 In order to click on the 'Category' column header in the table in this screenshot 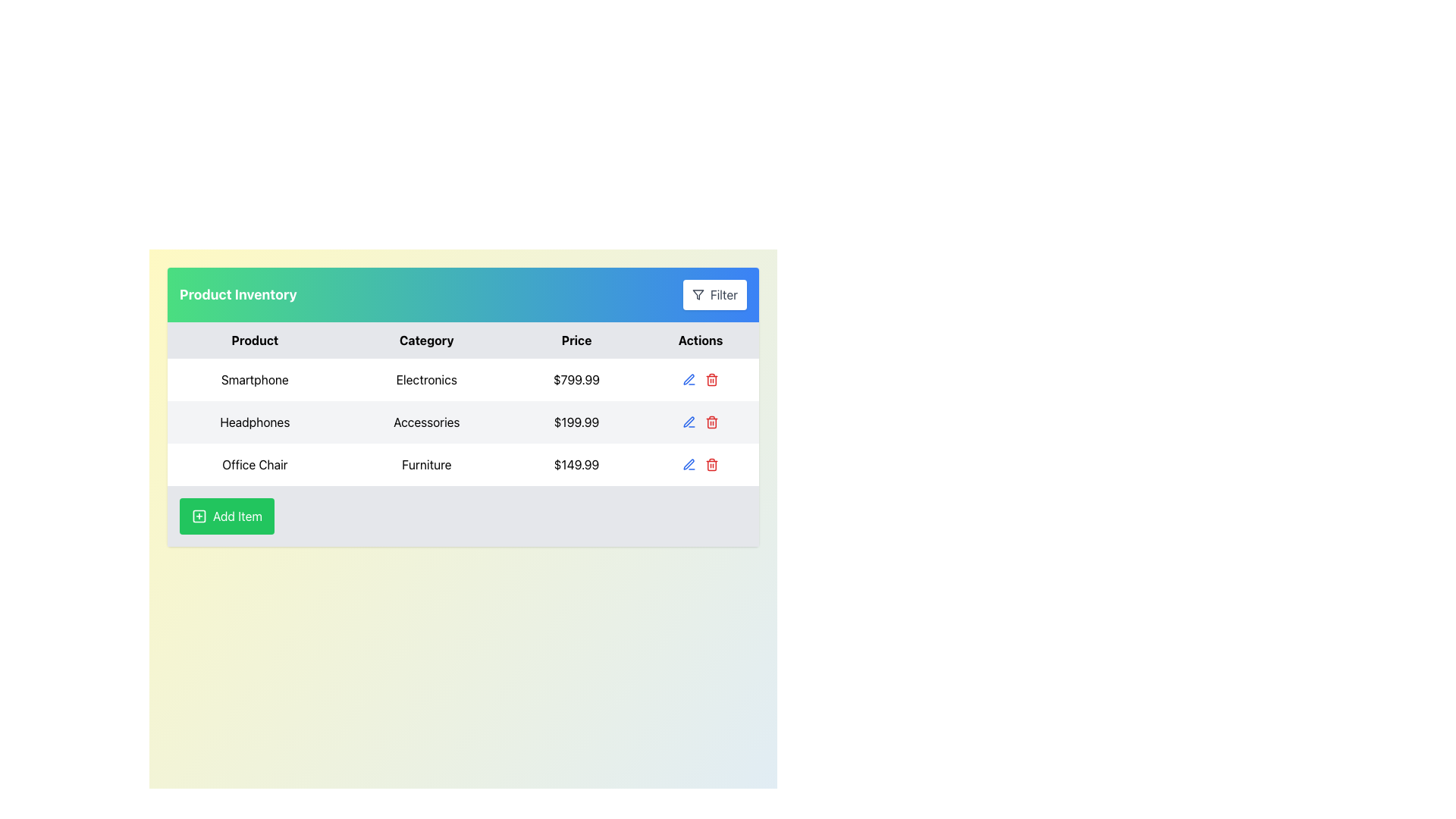, I will do `click(425, 339)`.